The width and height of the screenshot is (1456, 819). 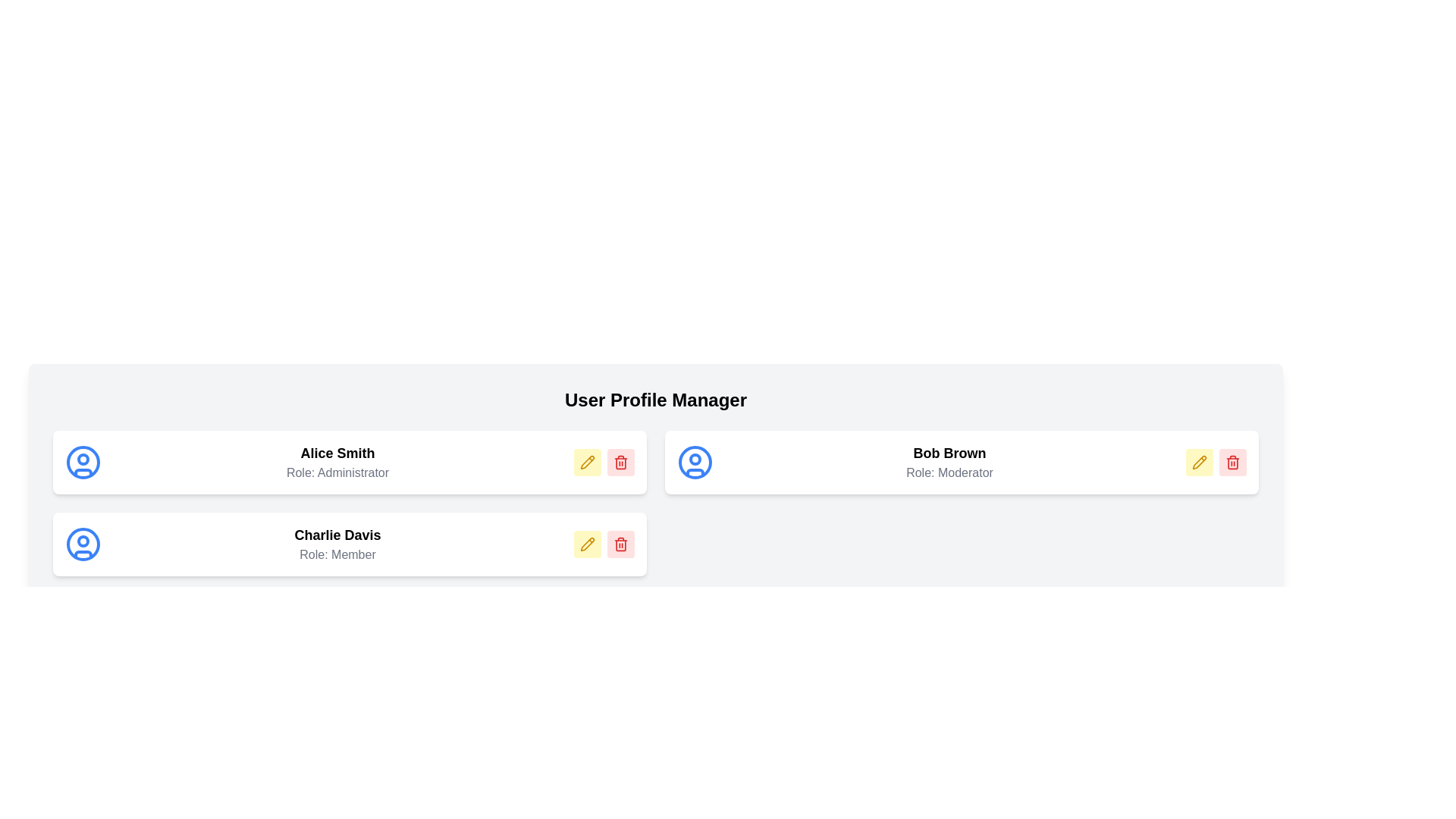 What do you see at coordinates (621, 543) in the screenshot?
I see `the delete icon button styled as a trash can` at bounding box center [621, 543].